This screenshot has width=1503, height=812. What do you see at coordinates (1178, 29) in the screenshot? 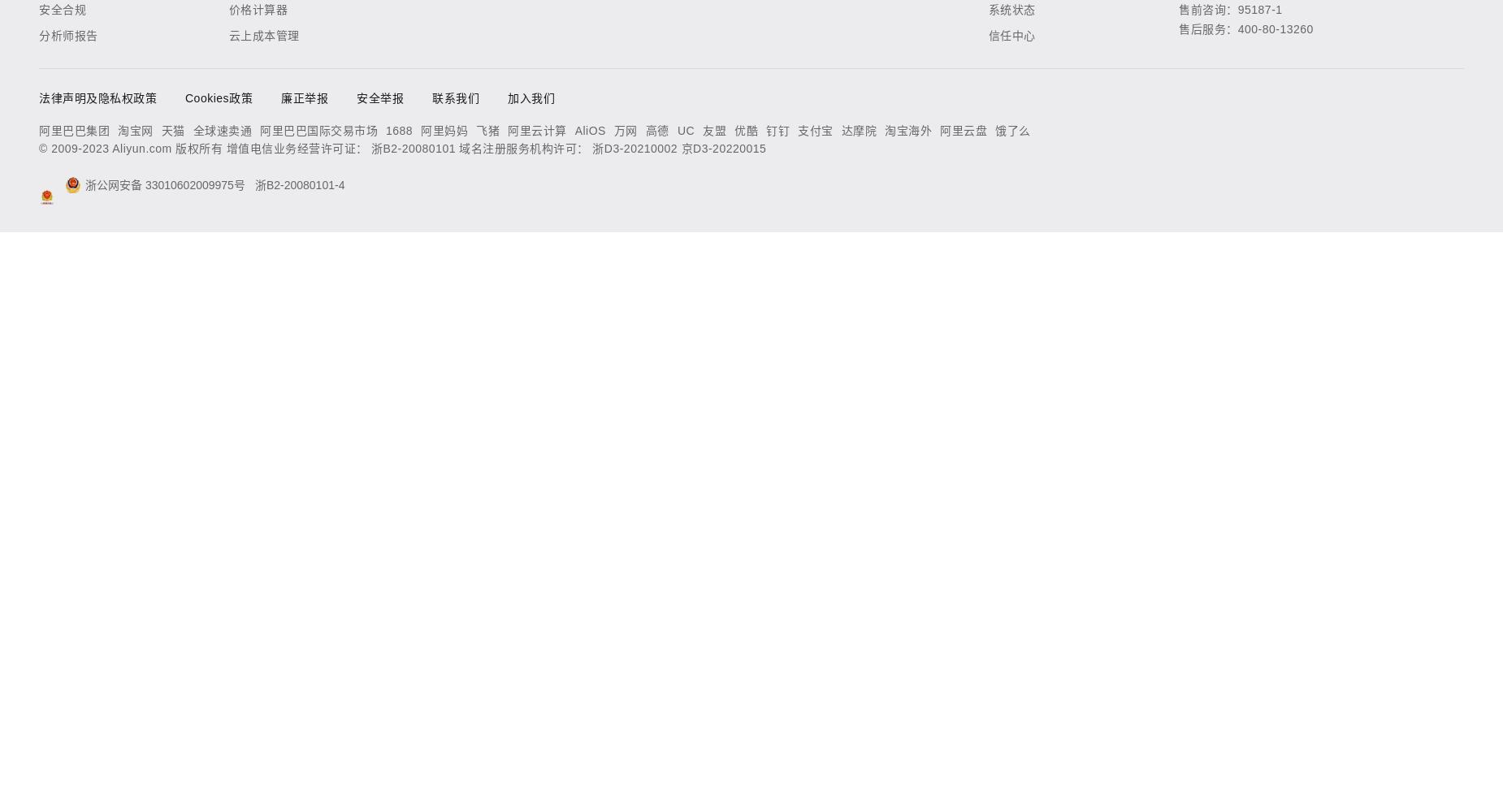
I see `'售后服务：400-80-13260'` at bounding box center [1178, 29].